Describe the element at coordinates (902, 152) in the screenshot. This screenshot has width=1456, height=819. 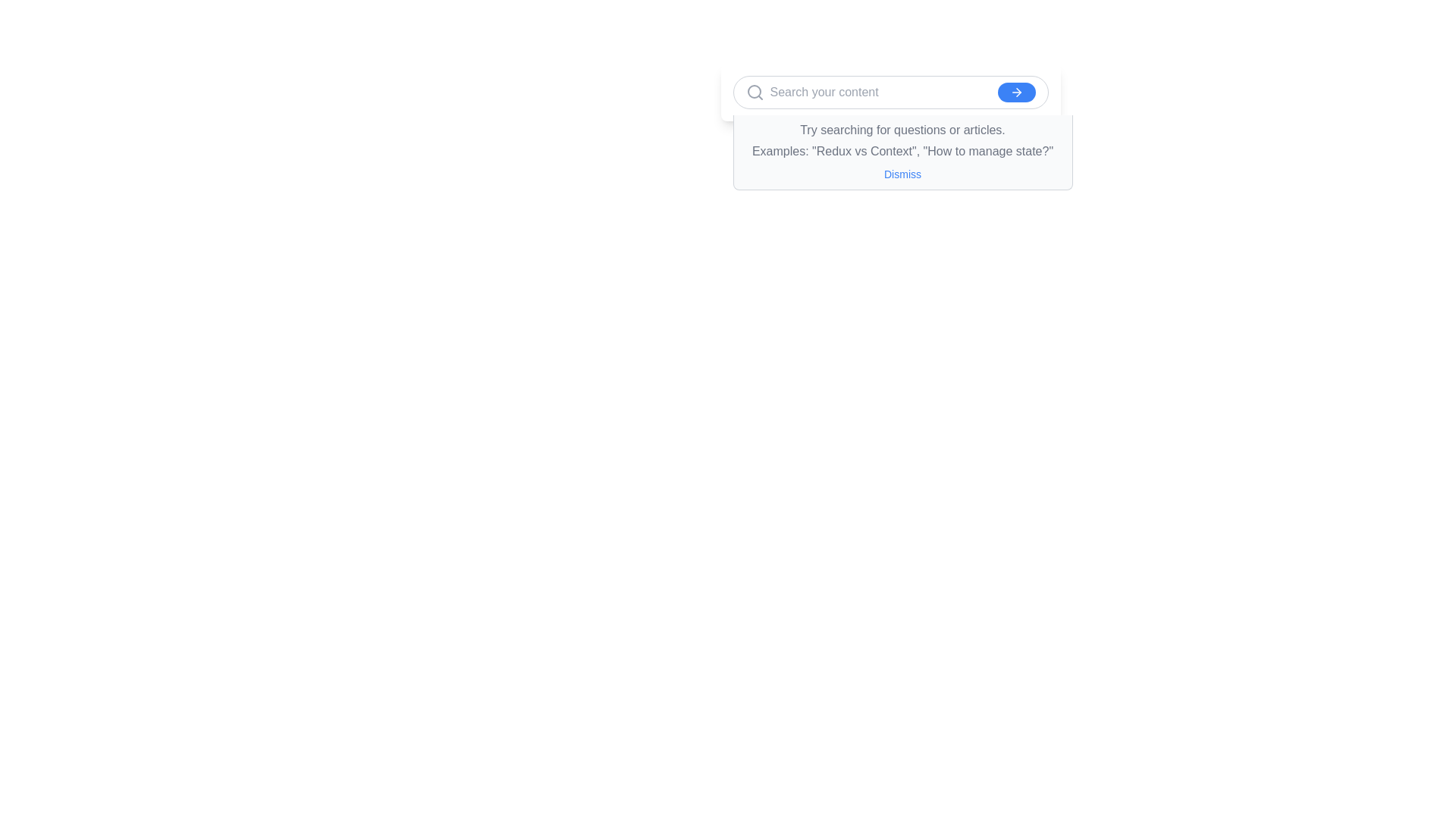
I see `static text displaying examples of questions, located in the help section of the pop-up panel, which reads 'Examples: "Redux vs Context", "How to manage state?"'` at that location.